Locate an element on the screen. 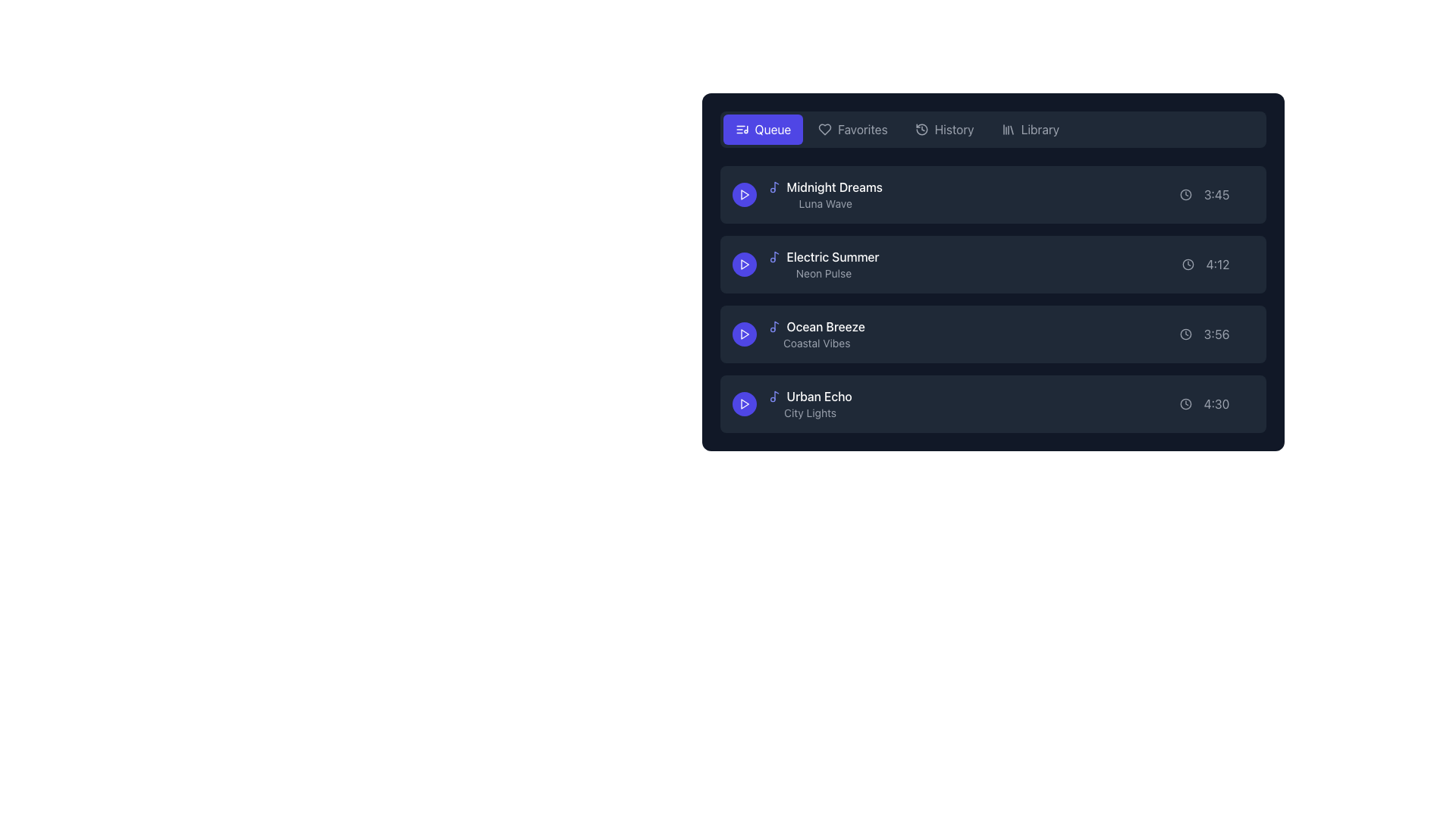 This screenshot has width=1456, height=819. the text label that serves as a descriptive subtitle for the main heading 'Electric Summer', positioned directly below it in the vertical list of items is located at coordinates (823, 274).